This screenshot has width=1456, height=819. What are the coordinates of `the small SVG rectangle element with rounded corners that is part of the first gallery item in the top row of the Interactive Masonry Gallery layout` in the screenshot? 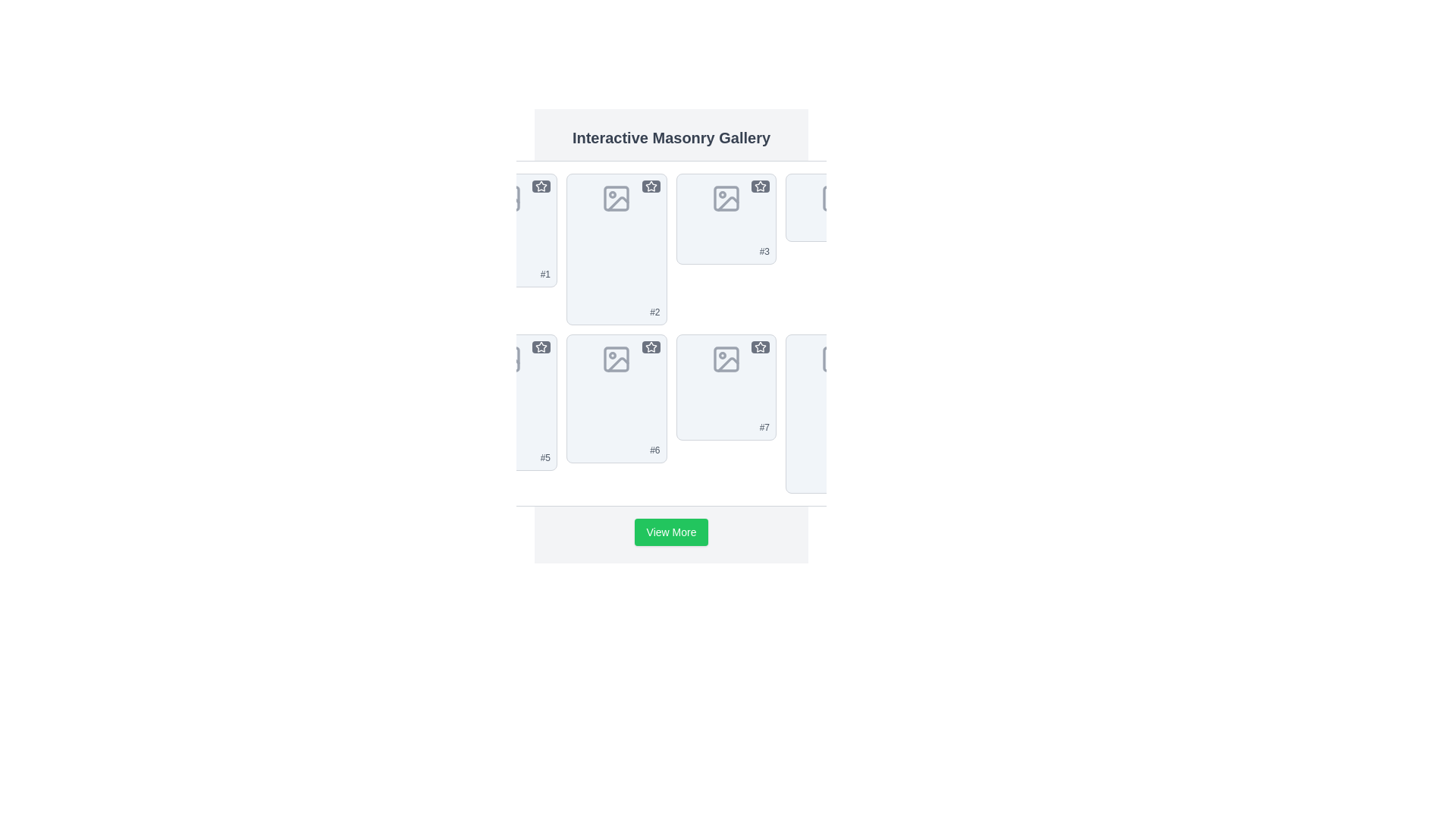 It's located at (507, 198).